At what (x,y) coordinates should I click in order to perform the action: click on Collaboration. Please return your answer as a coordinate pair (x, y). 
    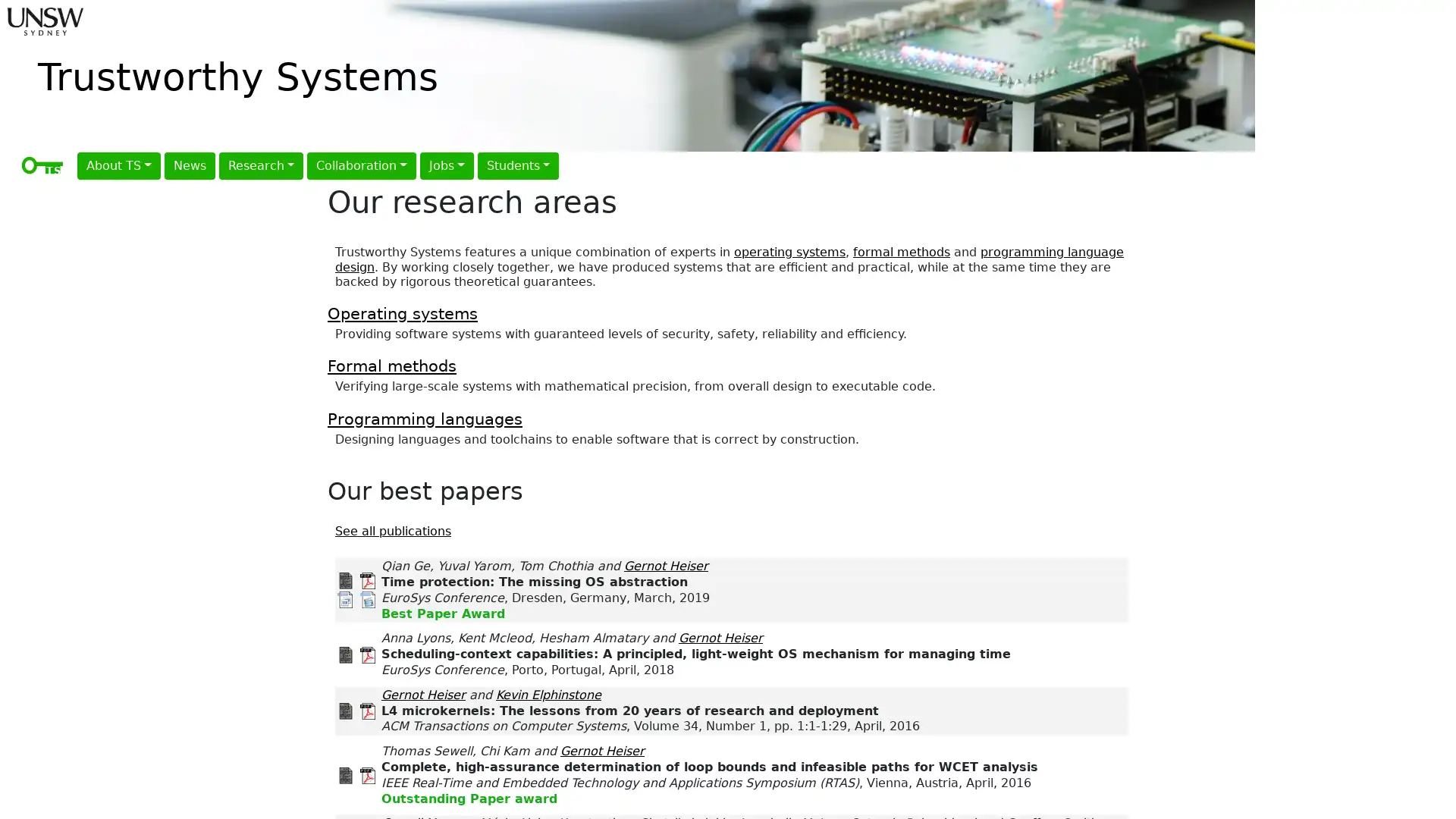
    Looking at the image, I should click on (360, 165).